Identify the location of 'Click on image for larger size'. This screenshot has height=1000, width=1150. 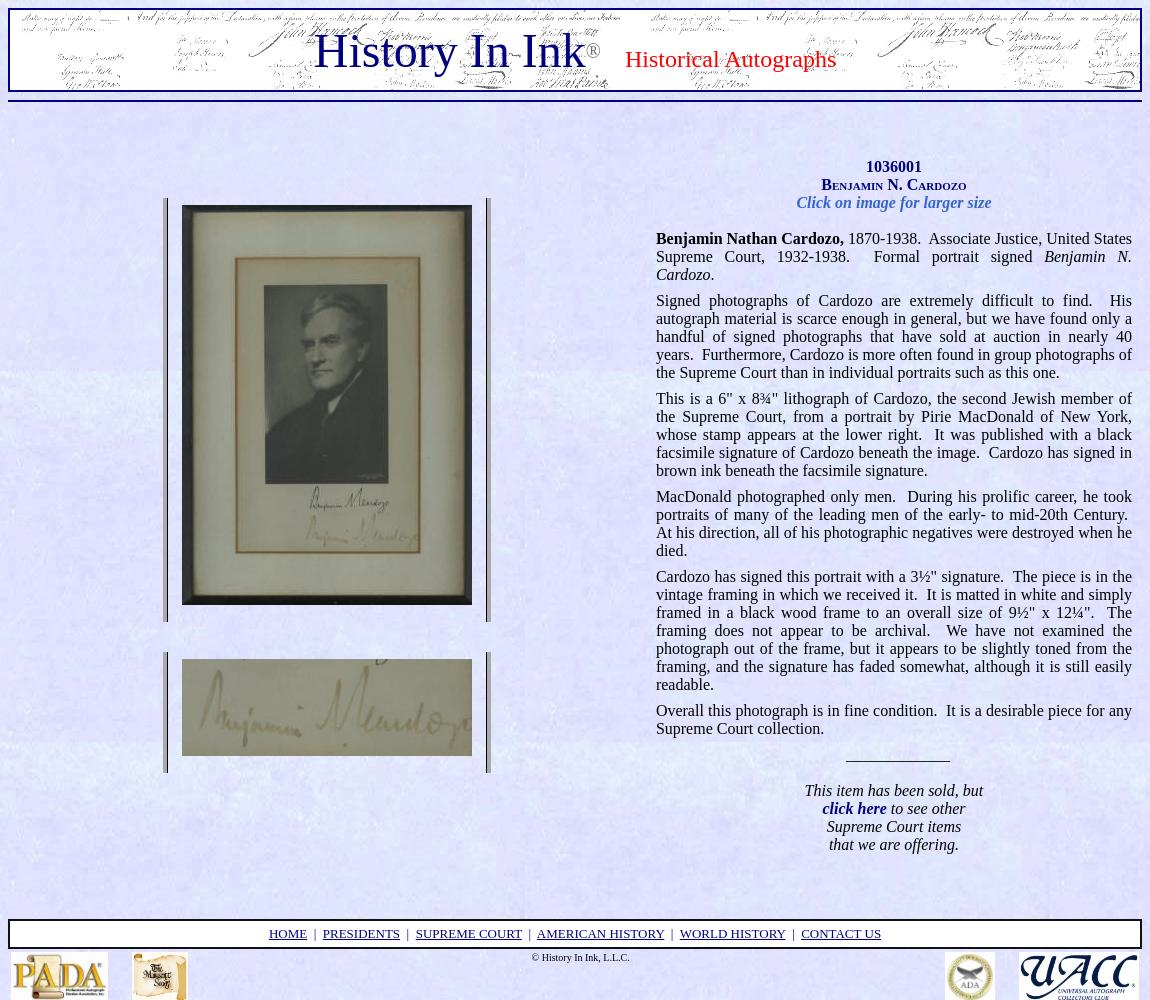
(893, 200).